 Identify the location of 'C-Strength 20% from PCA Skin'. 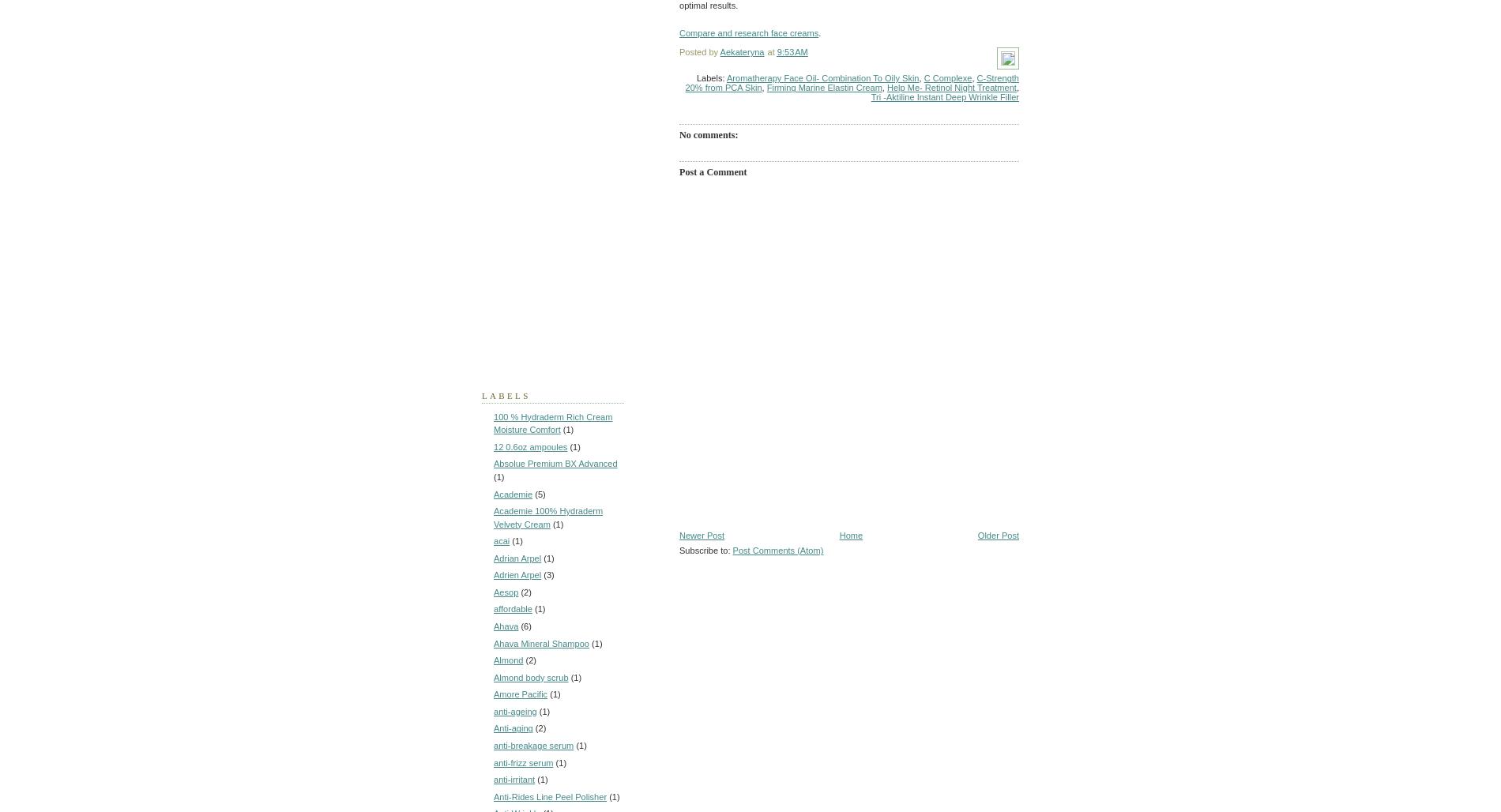
(852, 81).